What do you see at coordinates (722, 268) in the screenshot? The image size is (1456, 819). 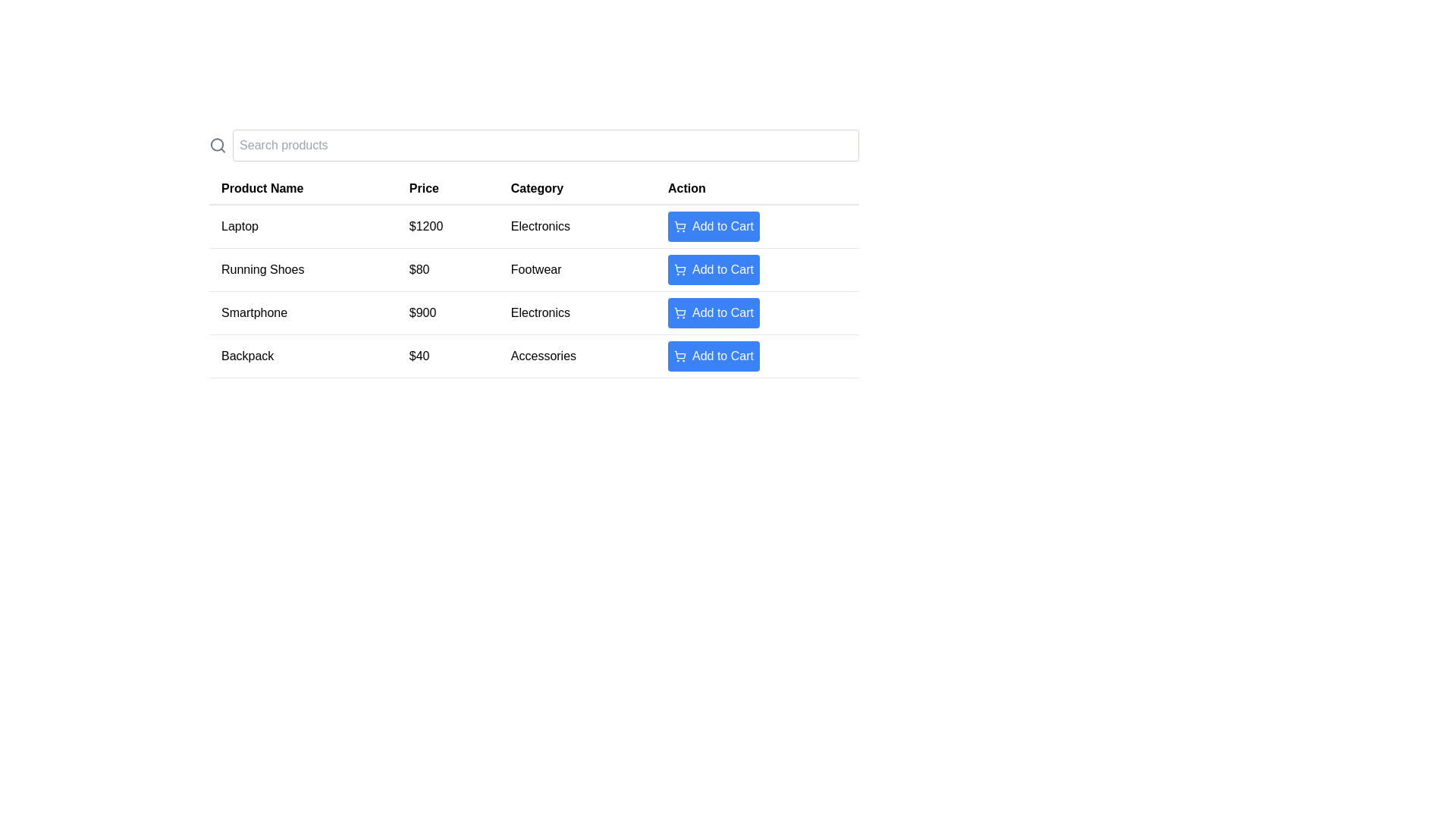 I see `the 'Add to Cart' text label within the button styled with a blue background, located in the 'Action' column of the second row for the 'Running Shoes' product` at bounding box center [722, 268].